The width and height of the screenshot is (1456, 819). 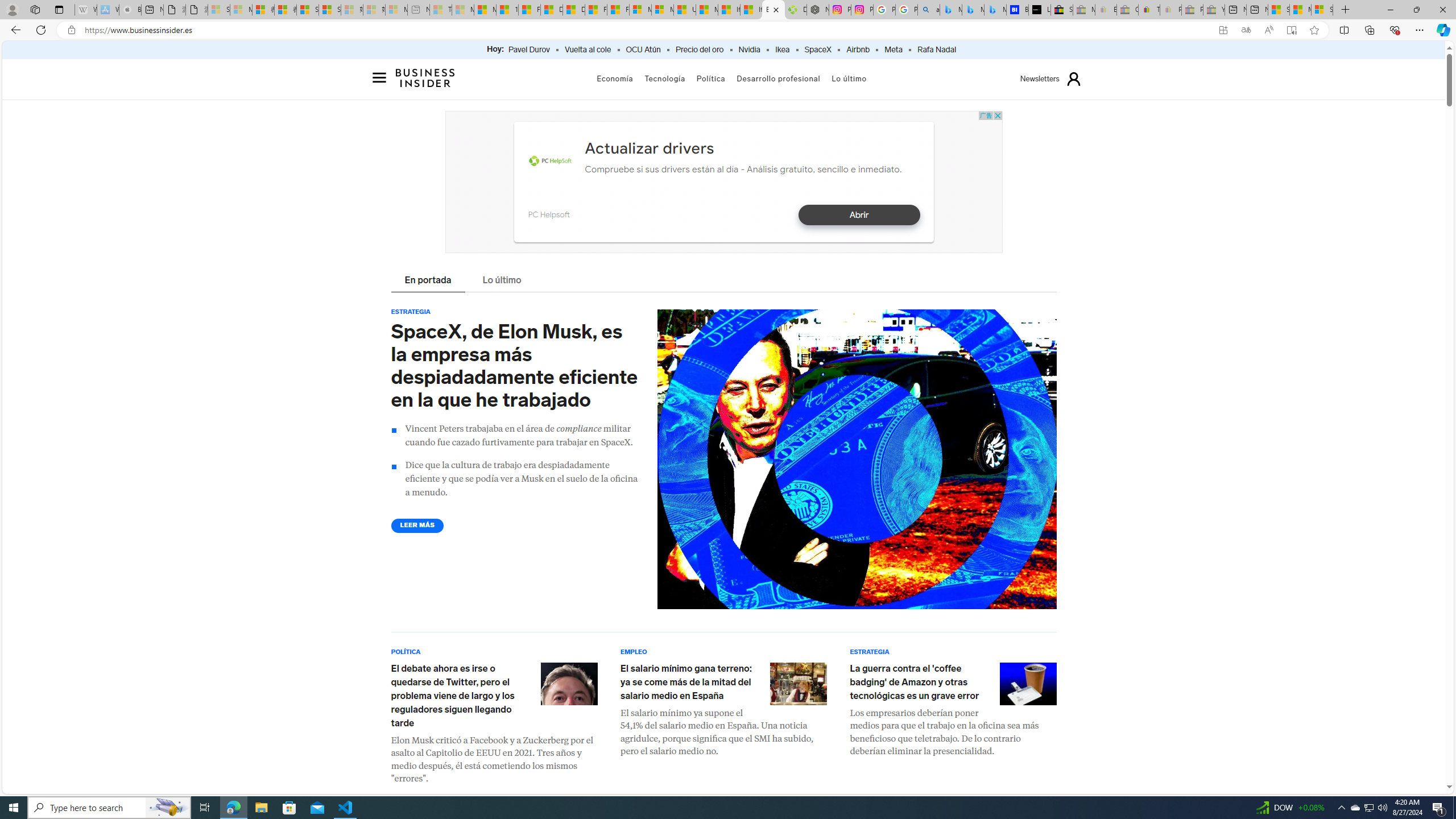 I want to click on 'Payments Terms of Use | eBay.com - Sleeping', so click(x=1170, y=9).